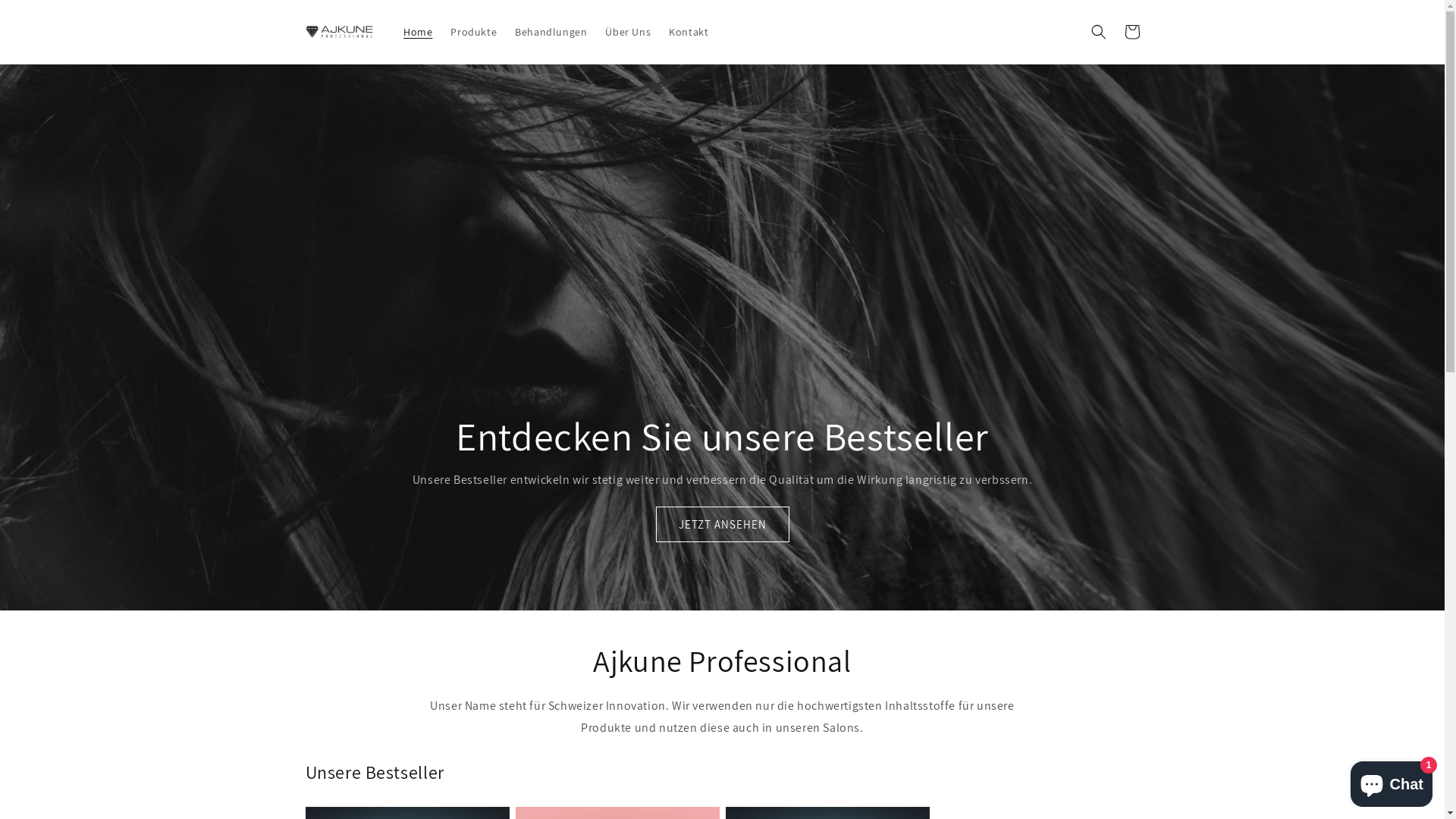 Image resolution: width=1456 pixels, height=819 pixels. I want to click on 'Home', so click(418, 32).